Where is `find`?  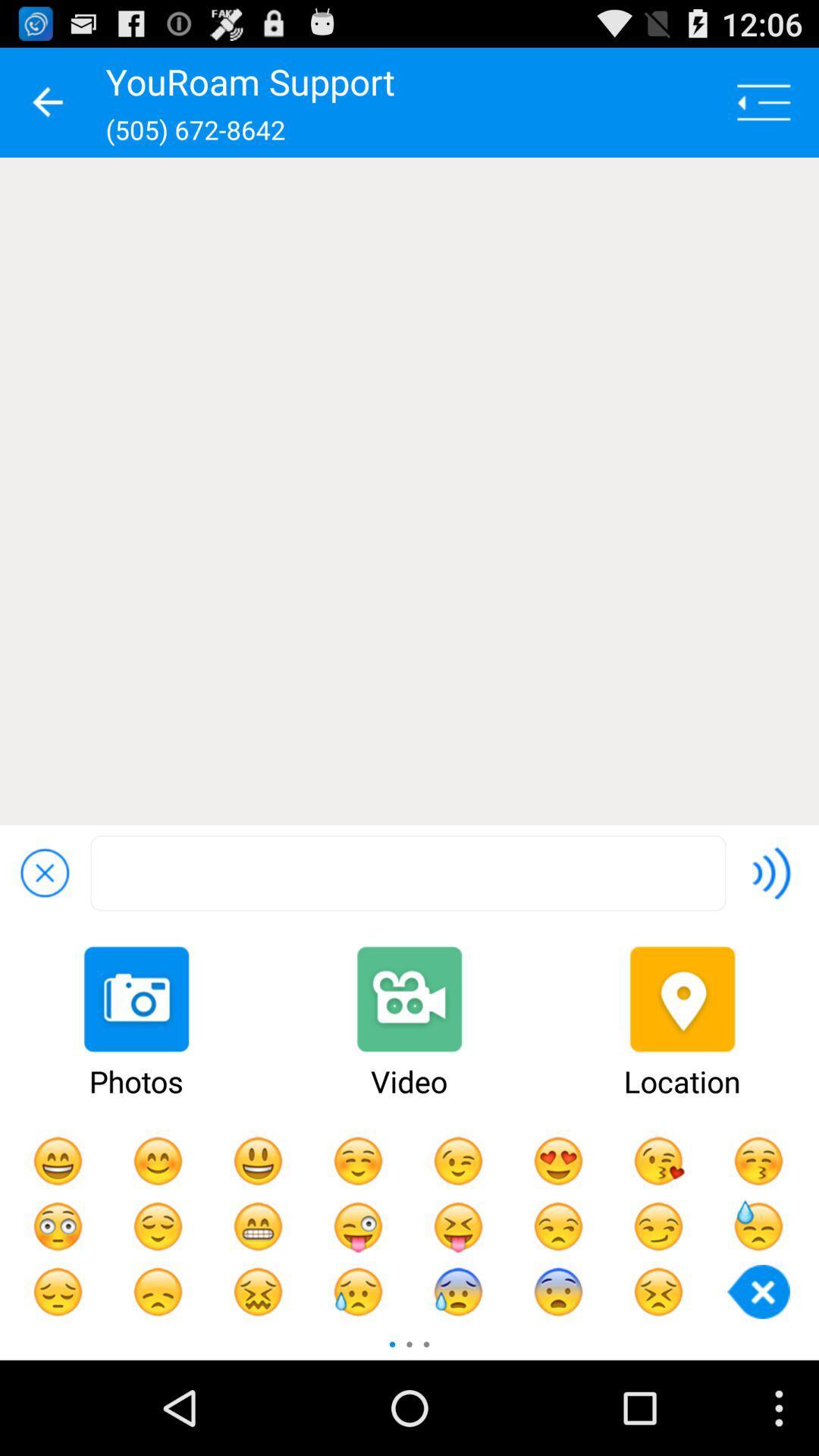 find is located at coordinates (407, 873).